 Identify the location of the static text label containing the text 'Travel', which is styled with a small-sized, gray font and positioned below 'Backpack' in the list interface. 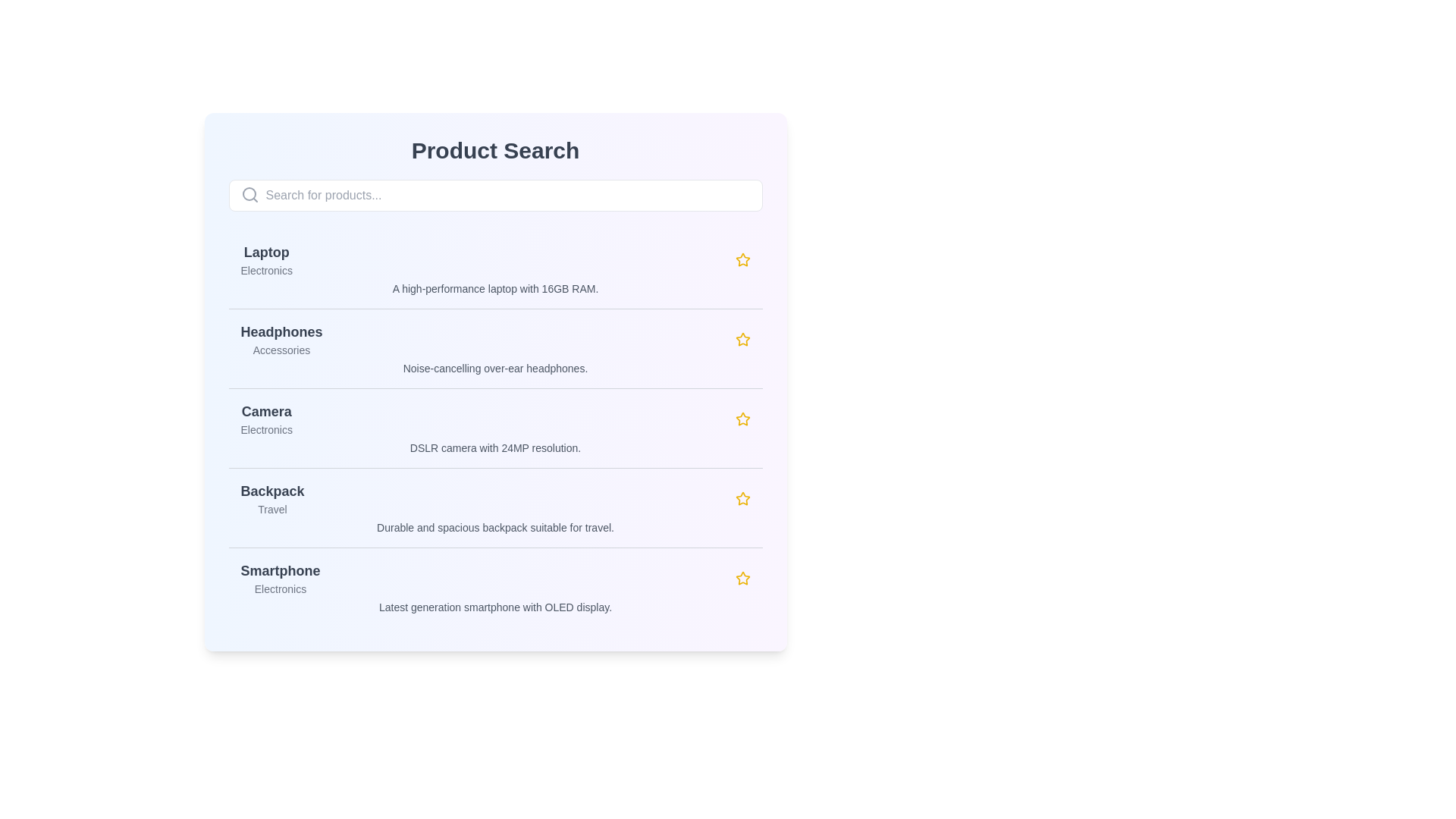
(272, 509).